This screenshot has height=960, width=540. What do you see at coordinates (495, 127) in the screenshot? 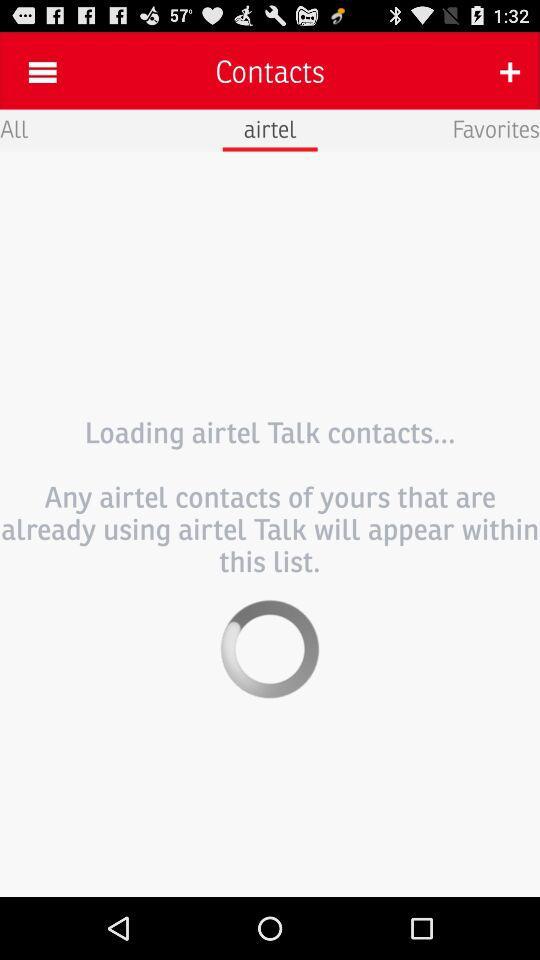
I see `the icon next to the airtel icon` at bounding box center [495, 127].